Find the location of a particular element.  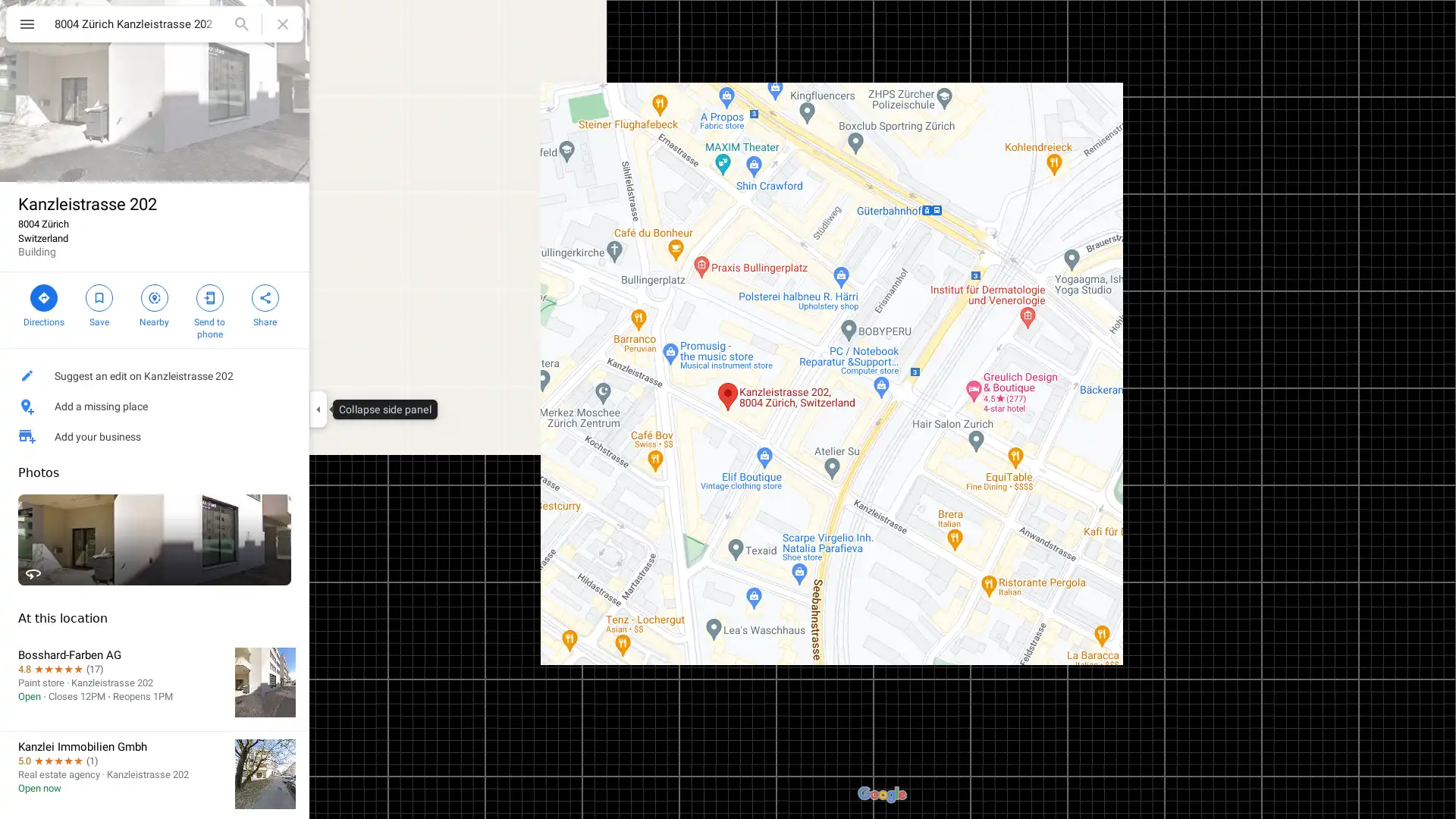

Directions to Kanzleistrasse 202 is located at coordinates (43, 304).